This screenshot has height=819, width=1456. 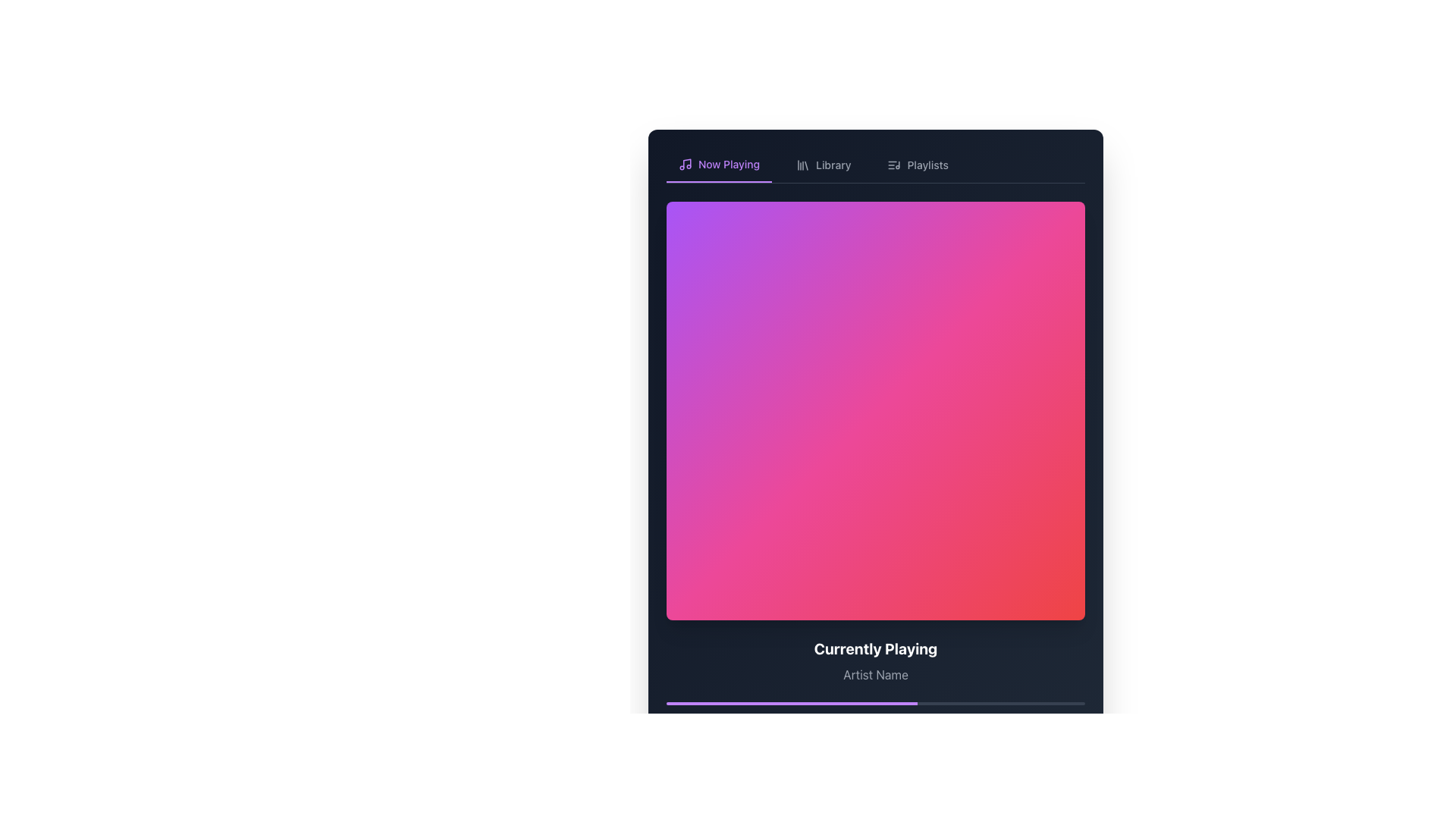 What do you see at coordinates (876, 714) in the screenshot?
I see `the progress bar located centrally below the 'Artist Name' text and above the player control buttons` at bounding box center [876, 714].